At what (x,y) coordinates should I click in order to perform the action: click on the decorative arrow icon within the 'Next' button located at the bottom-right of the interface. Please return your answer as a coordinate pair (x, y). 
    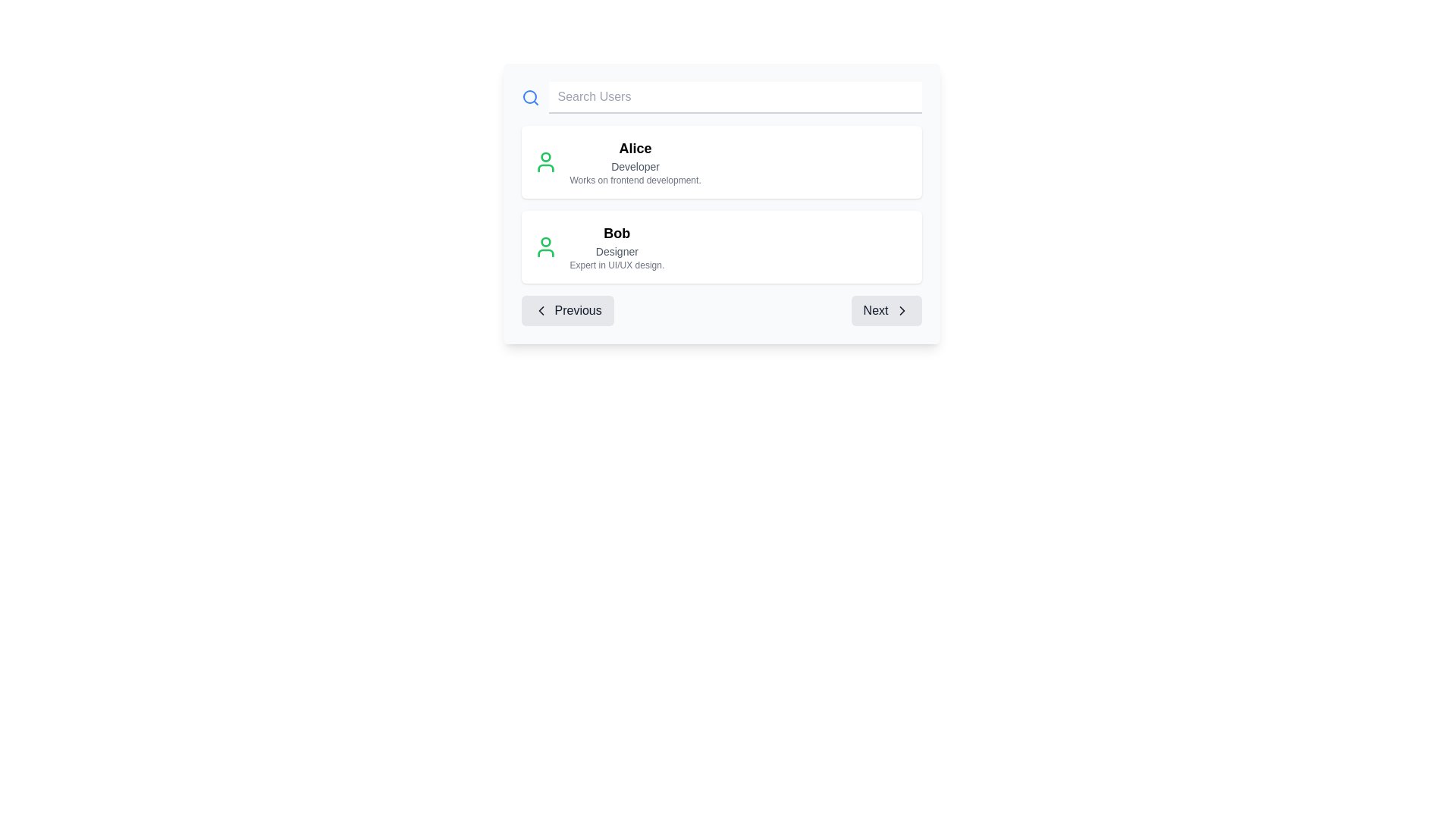
    Looking at the image, I should click on (902, 309).